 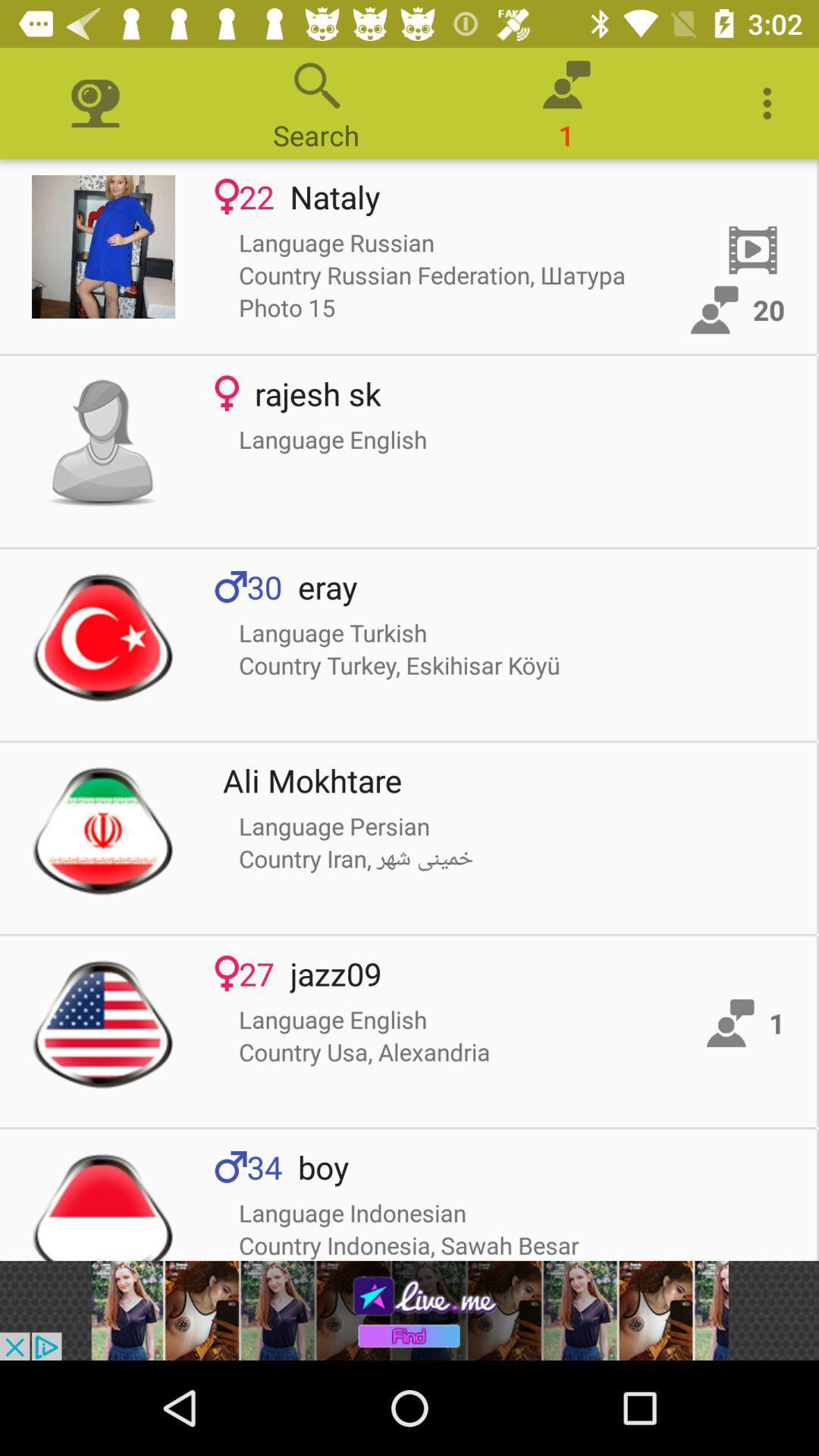 What do you see at coordinates (102, 637) in the screenshot?
I see `view` at bounding box center [102, 637].